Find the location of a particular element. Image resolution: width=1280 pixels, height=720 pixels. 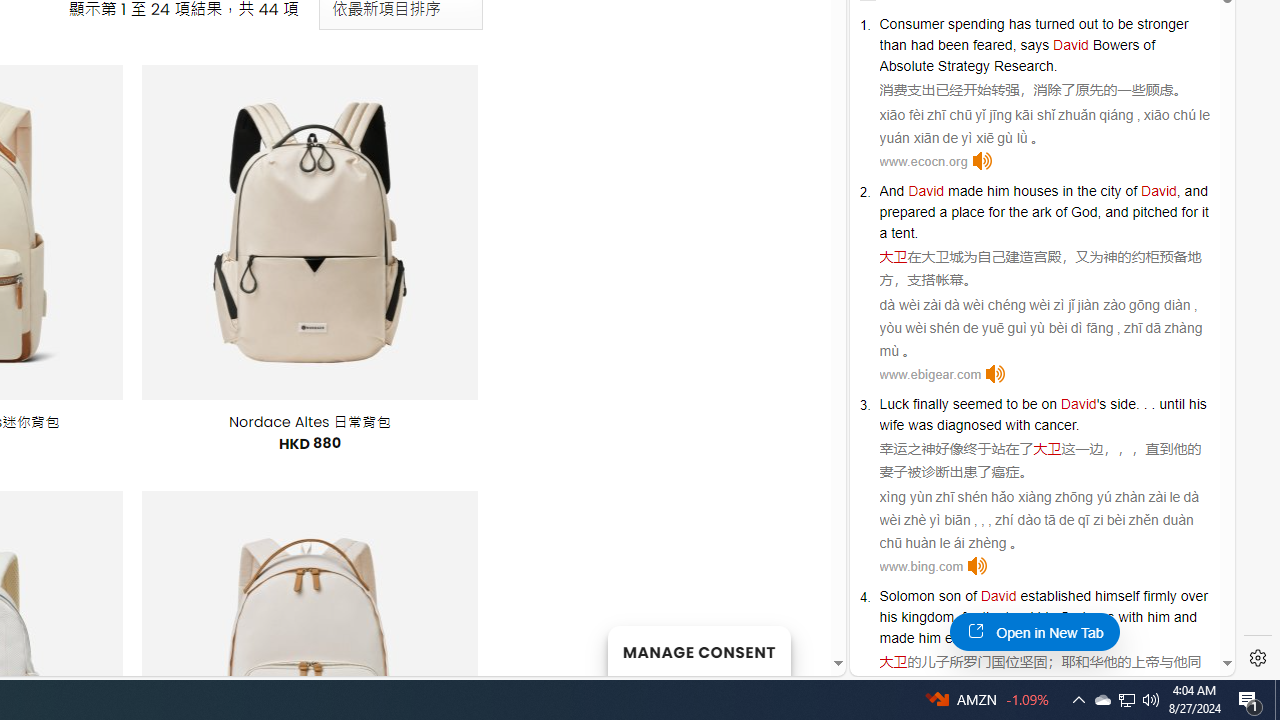

'And' is located at coordinates (891, 190).